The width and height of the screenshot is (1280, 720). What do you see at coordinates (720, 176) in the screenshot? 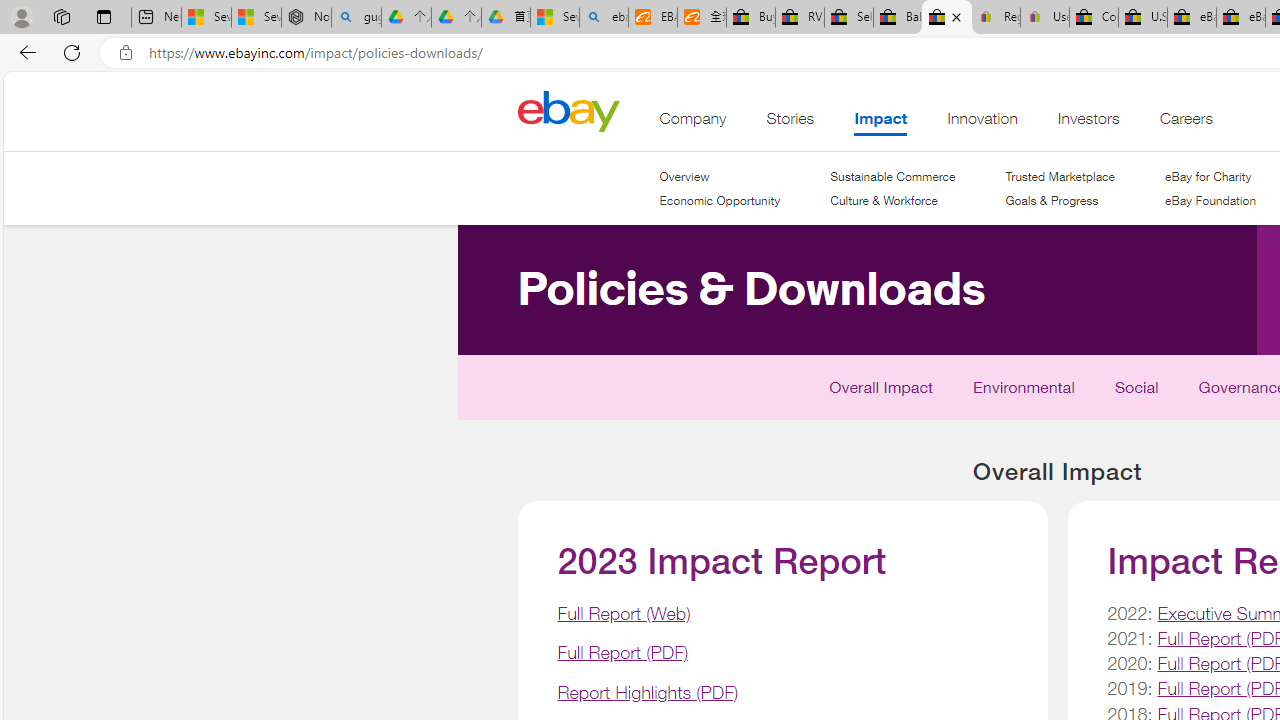
I see `'Overview'` at bounding box center [720, 176].